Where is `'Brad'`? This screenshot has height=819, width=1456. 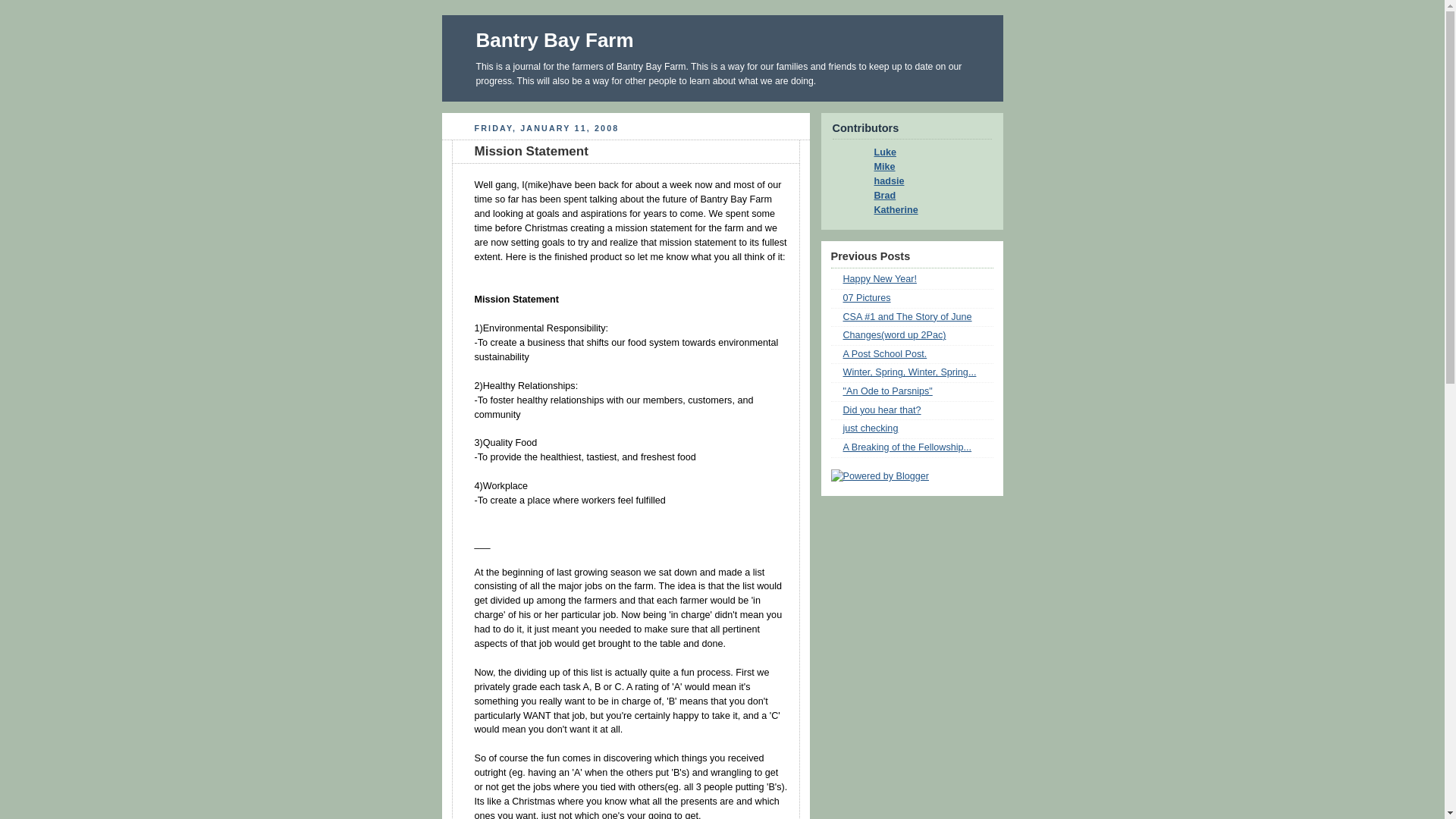
'Brad' is located at coordinates (862, 195).